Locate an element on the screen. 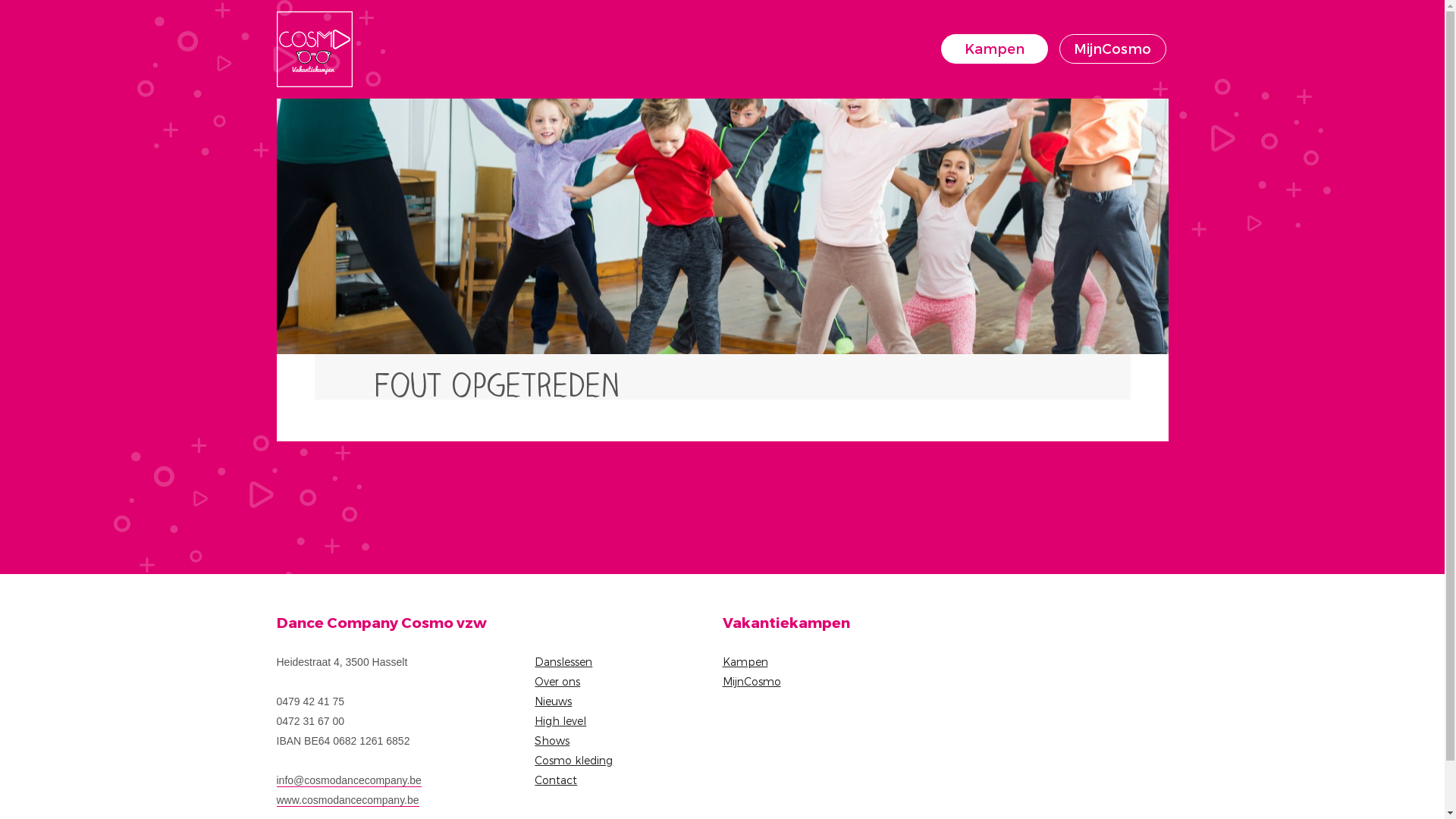 The width and height of the screenshot is (1456, 819). 'Nieuws' is located at coordinates (552, 701).